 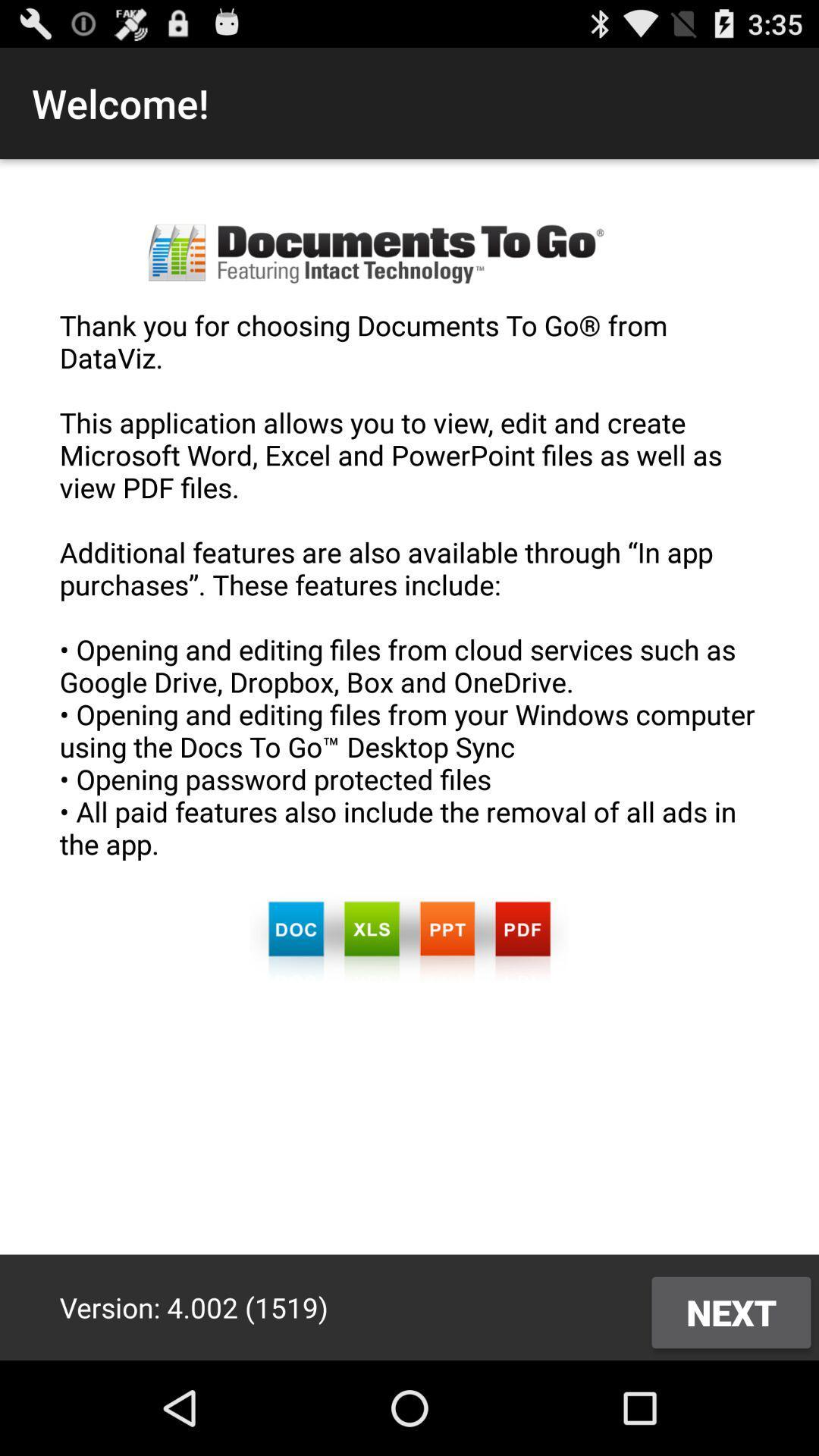 What do you see at coordinates (730, 1312) in the screenshot?
I see `icon at the bottom right corner` at bounding box center [730, 1312].